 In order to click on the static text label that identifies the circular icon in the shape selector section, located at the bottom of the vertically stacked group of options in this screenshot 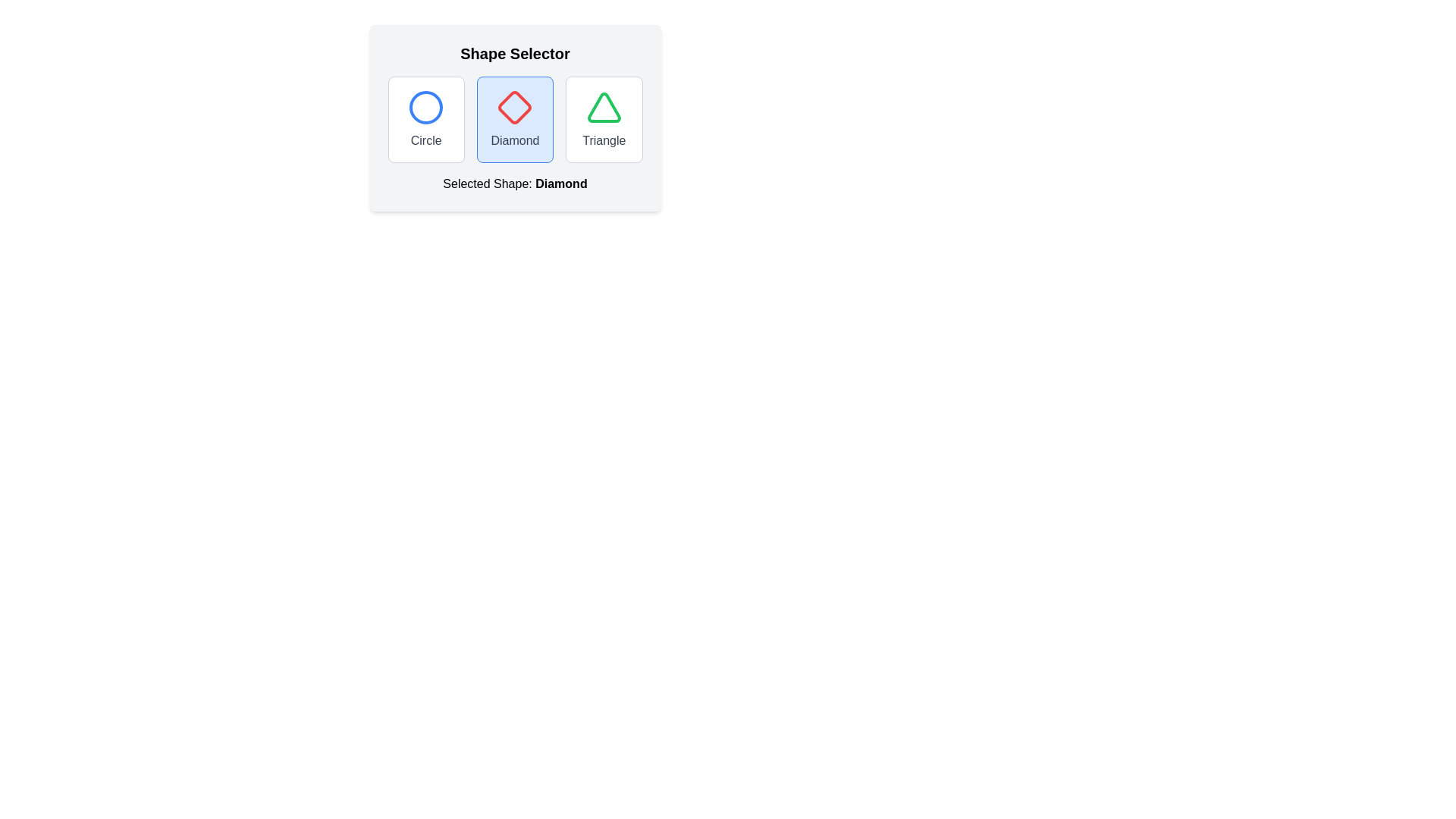, I will do `click(425, 140)`.